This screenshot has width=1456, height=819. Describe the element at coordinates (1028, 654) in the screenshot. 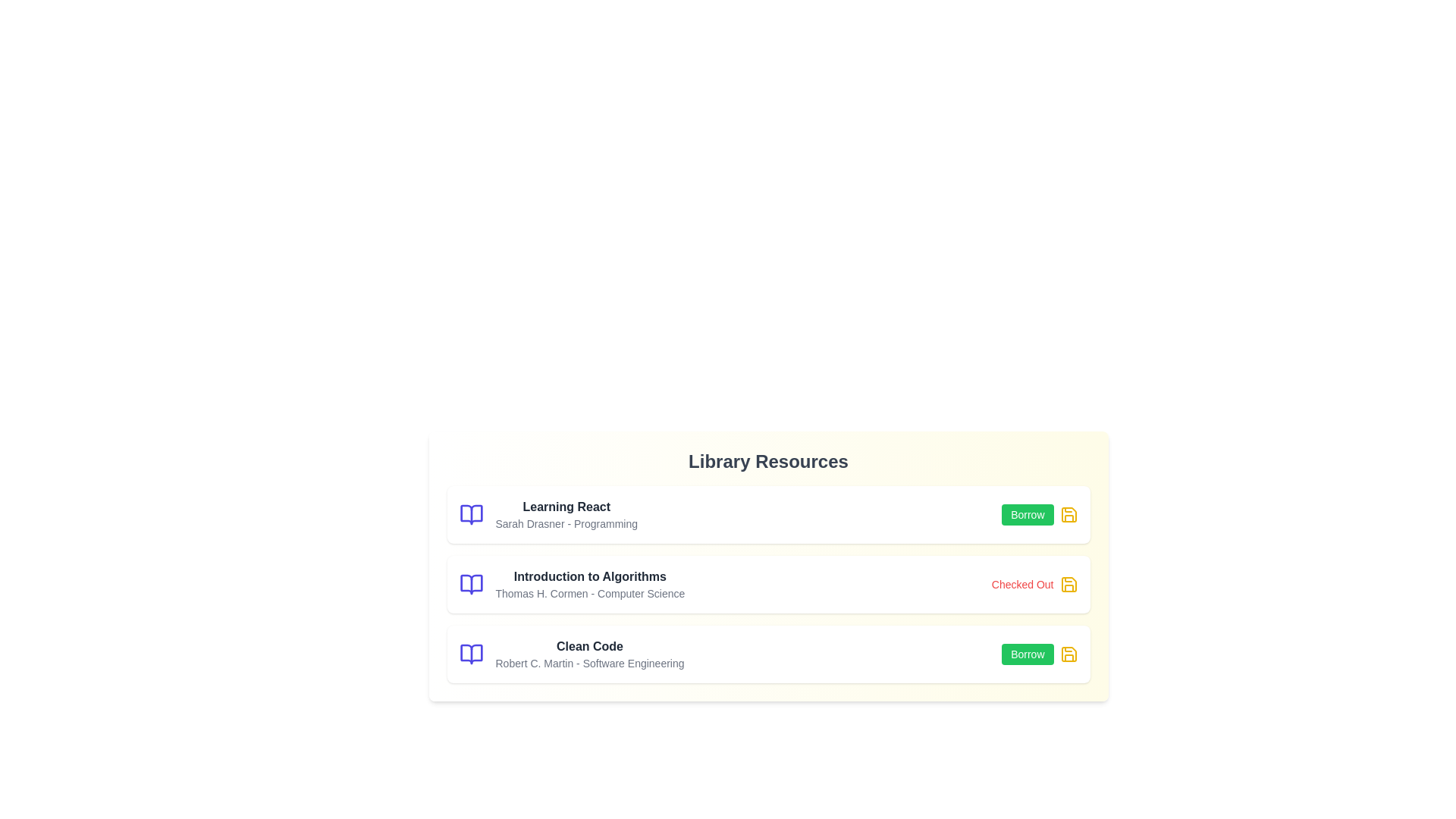

I see `'Borrow' button for the resource titled 'Clean Code'` at that location.